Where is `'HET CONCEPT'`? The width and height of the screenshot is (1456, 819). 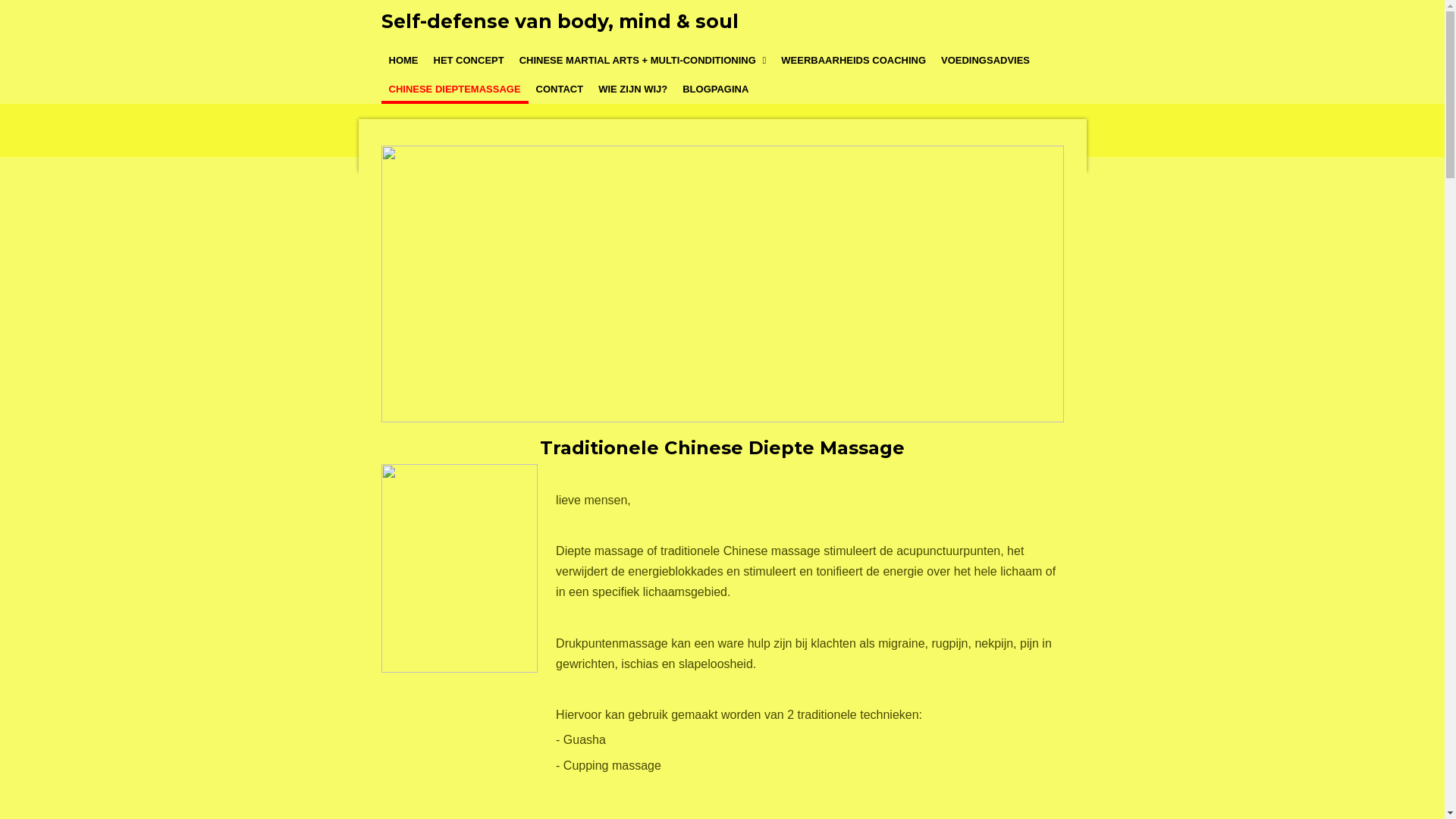
'HET CONCEPT' is located at coordinates (468, 60).